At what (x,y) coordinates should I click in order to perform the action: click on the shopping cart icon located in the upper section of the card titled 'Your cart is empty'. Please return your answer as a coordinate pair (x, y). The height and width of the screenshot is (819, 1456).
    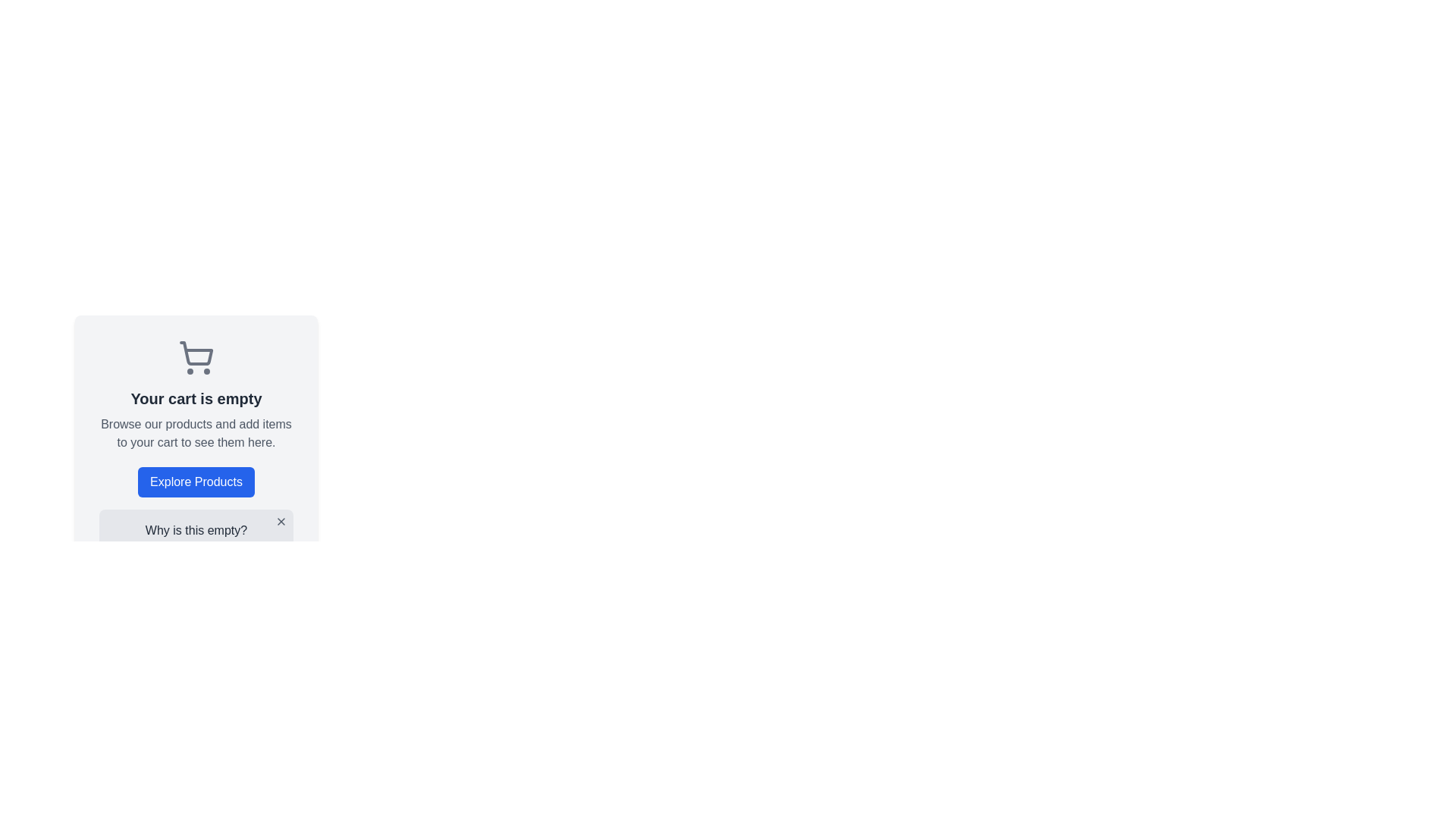
    Looking at the image, I should click on (196, 353).